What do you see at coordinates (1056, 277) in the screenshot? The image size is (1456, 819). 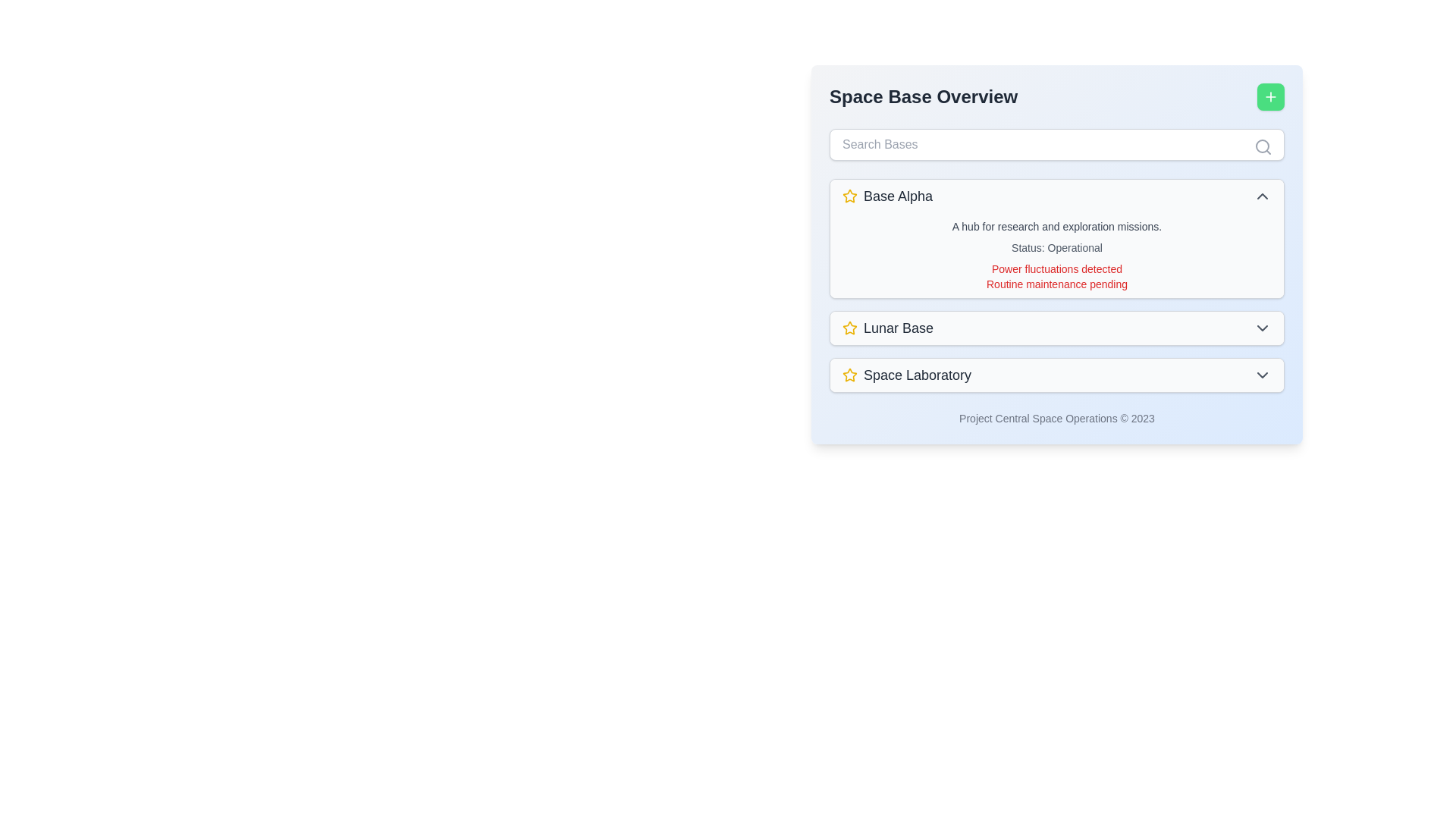 I see `the Text block that displays critical alerts or status messages relevant to the 'Base Alpha' section, located directly below 'Status: Operational.'` at bounding box center [1056, 277].